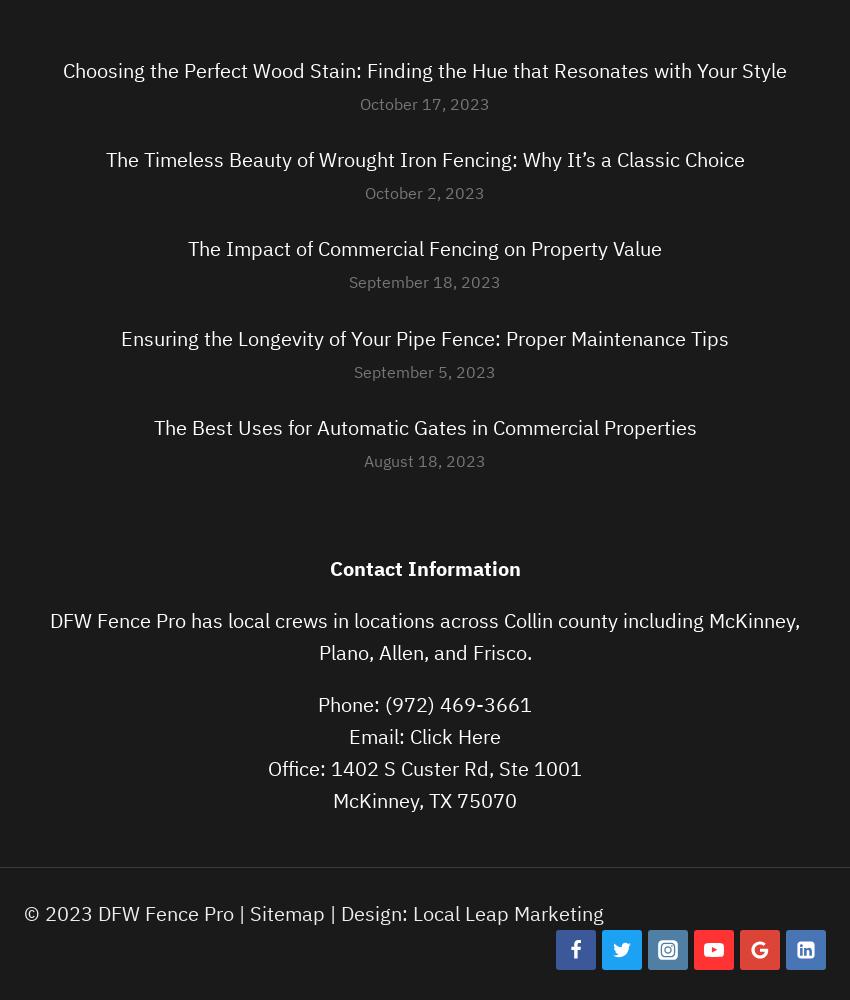 Image resolution: width=850 pixels, height=1000 pixels. Describe the element at coordinates (286, 913) in the screenshot. I see `'Sitemap'` at that location.